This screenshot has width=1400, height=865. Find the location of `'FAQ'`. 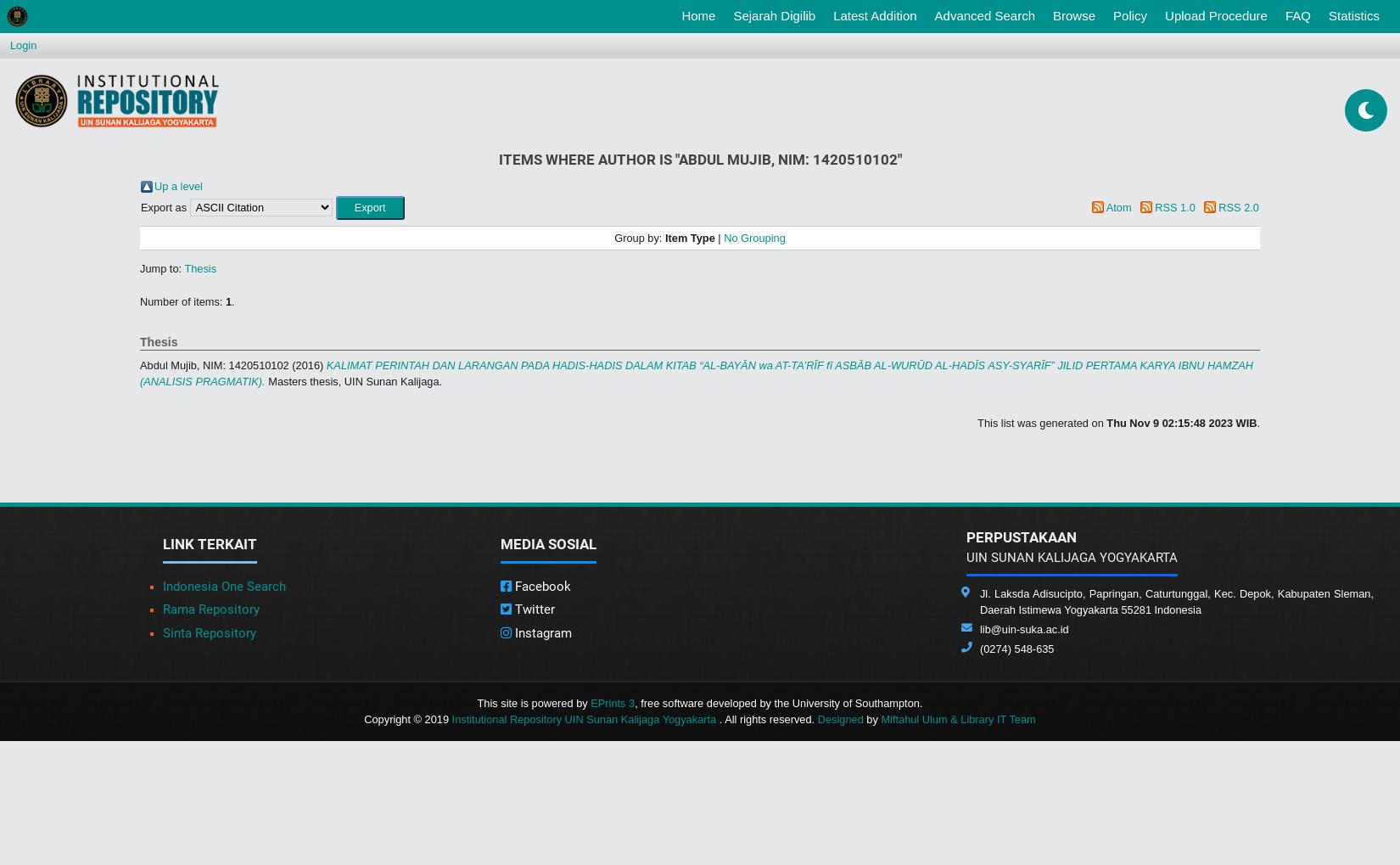

'FAQ' is located at coordinates (1296, 14).